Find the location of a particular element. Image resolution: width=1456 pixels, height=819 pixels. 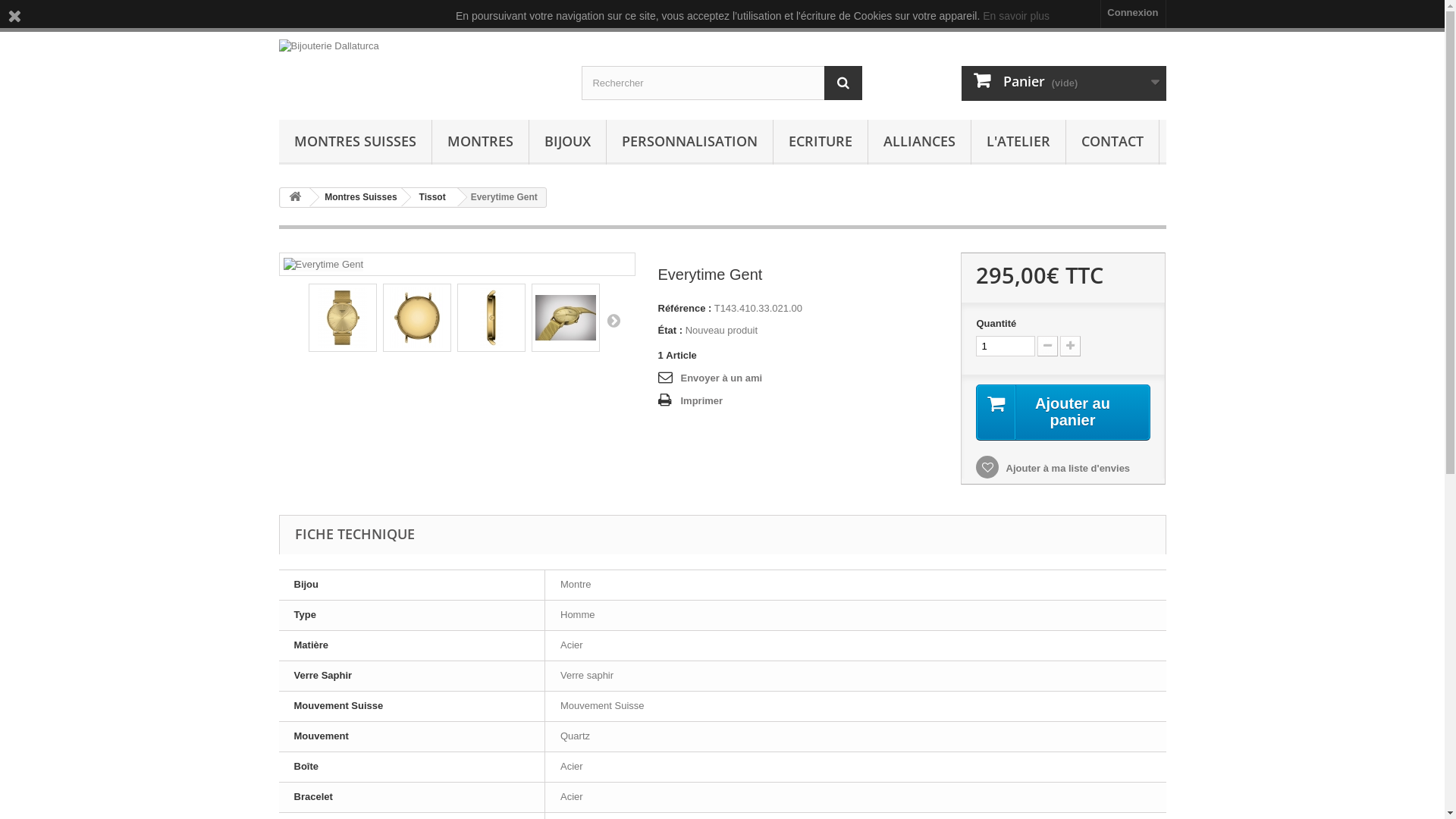

'Everytime Gent' is located at coordinates (417, 317).